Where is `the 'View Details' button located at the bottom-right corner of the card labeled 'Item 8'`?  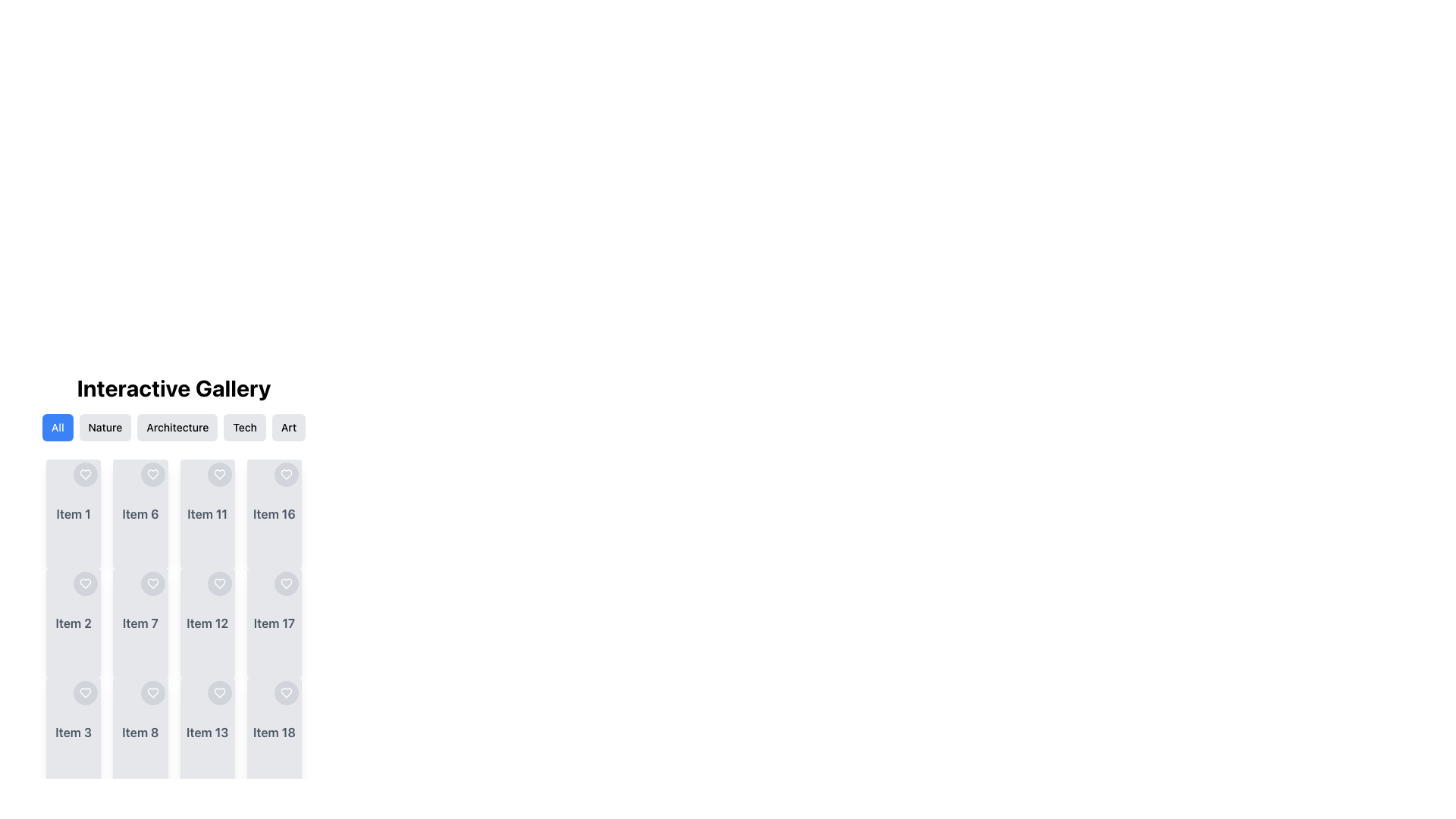
the 'View Details' button located at the bottom-right corner of the card labeled 'Item 8' is located at coordinates (115, 731).